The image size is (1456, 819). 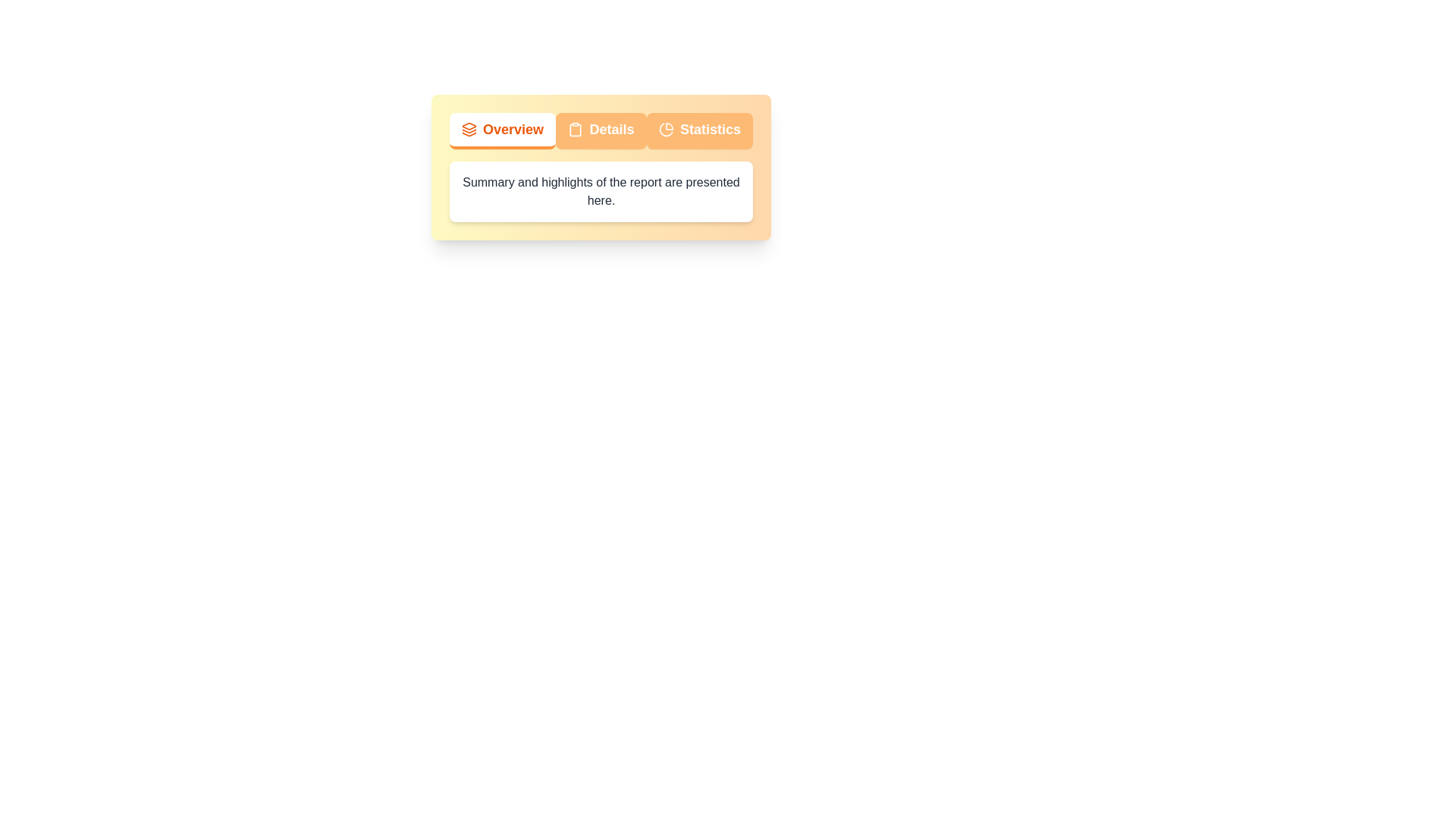 I want to click on the 'Statistics' button which features a pie chart icon with a minimalist outline style and an orange background, so click(x=666, y=128).